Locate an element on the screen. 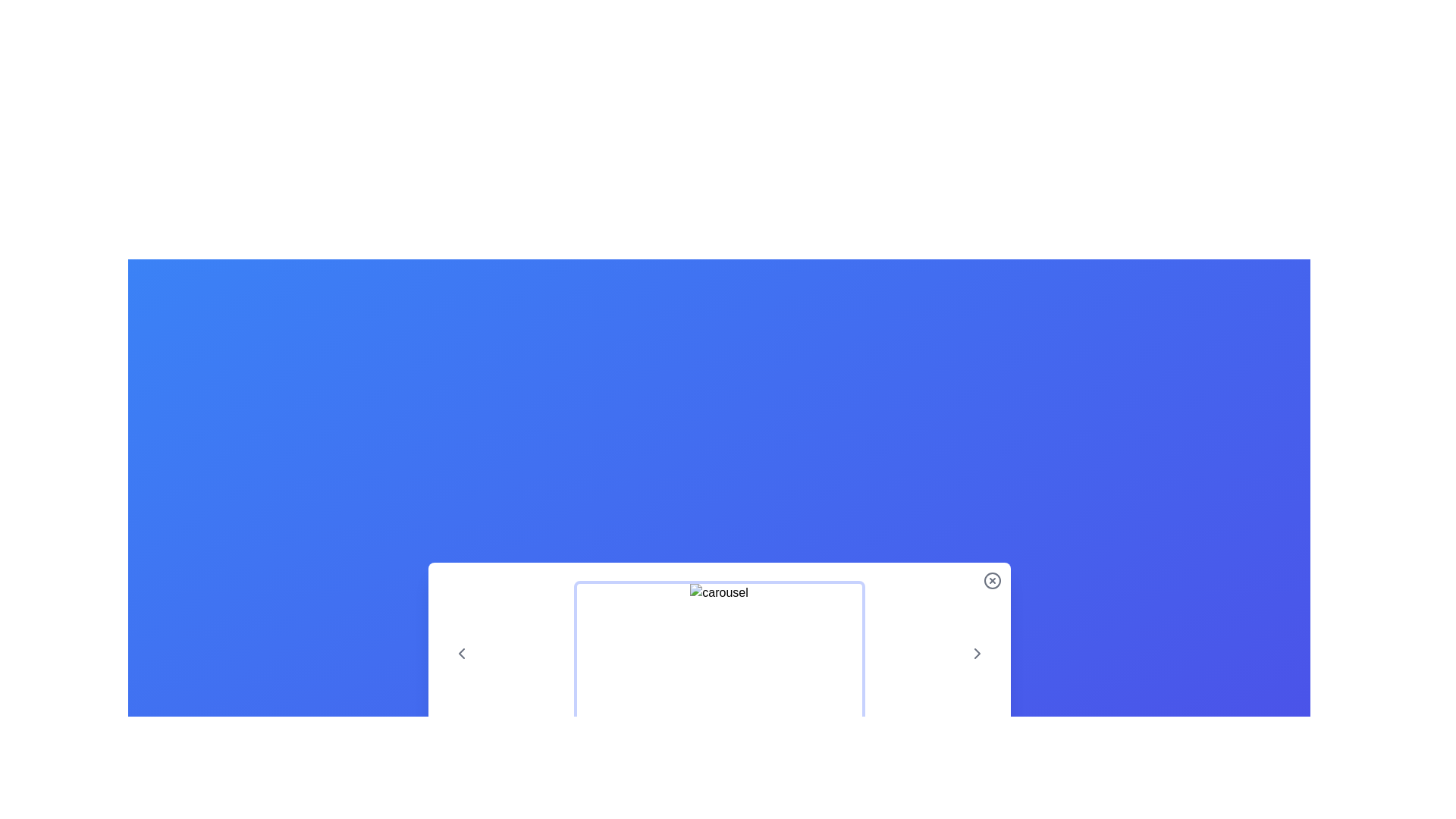 The height and width of the screenshot is (819, 1456). the left-facing chevron button located in the lower left portion of the carousel navigation interface is located at coordinates (460, 652).